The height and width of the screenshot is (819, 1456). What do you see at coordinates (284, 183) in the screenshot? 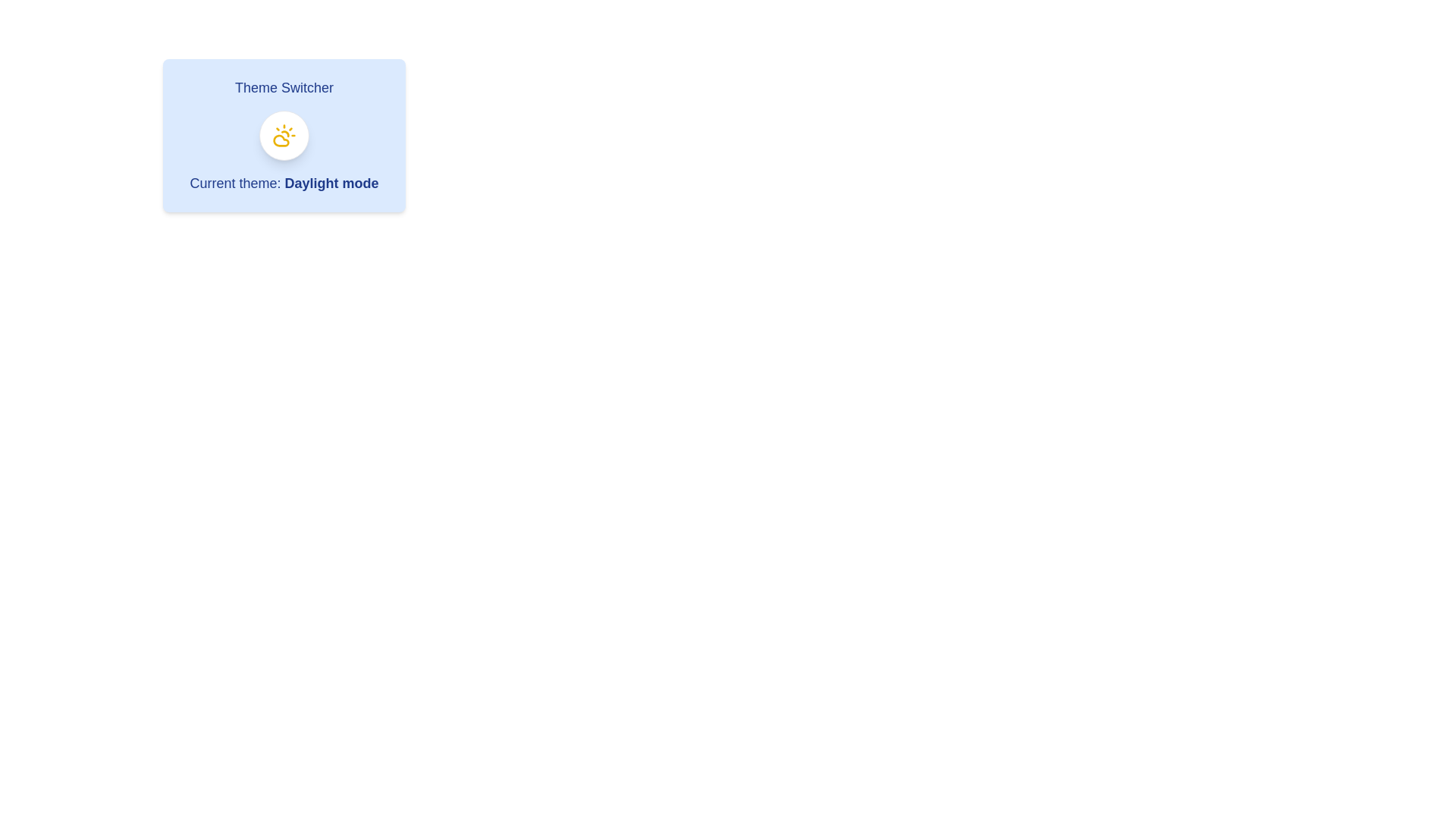
I see `the text 'Current theme: Daylight mode' to select it` at bounding box center [284, 183].